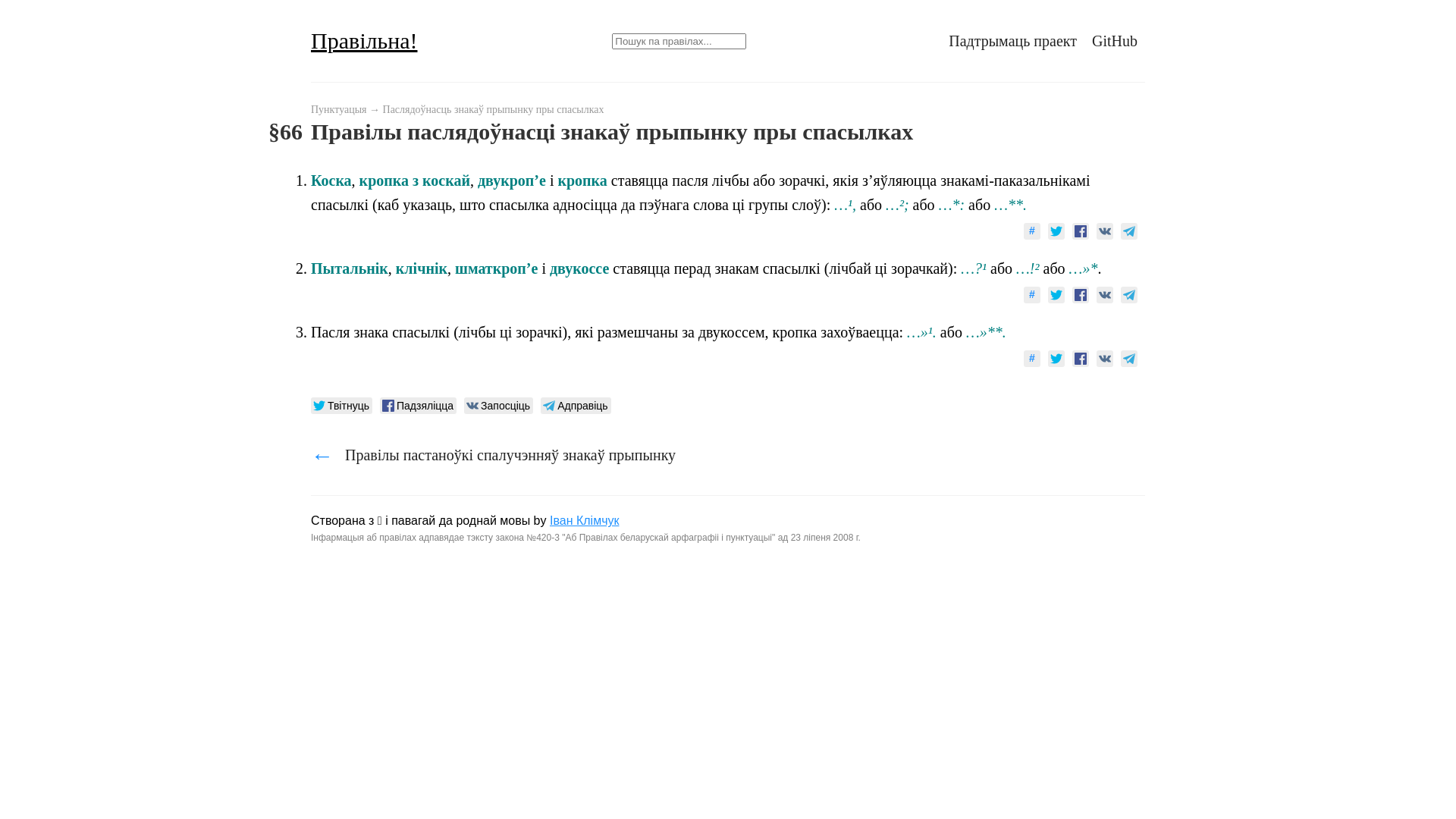 Image resolution: width=1456 pixels, height=819 pixels. What do you see at coordinates (1031, 359) in the screenshot?
I see `'#'` at bounding box center [1031, 359].